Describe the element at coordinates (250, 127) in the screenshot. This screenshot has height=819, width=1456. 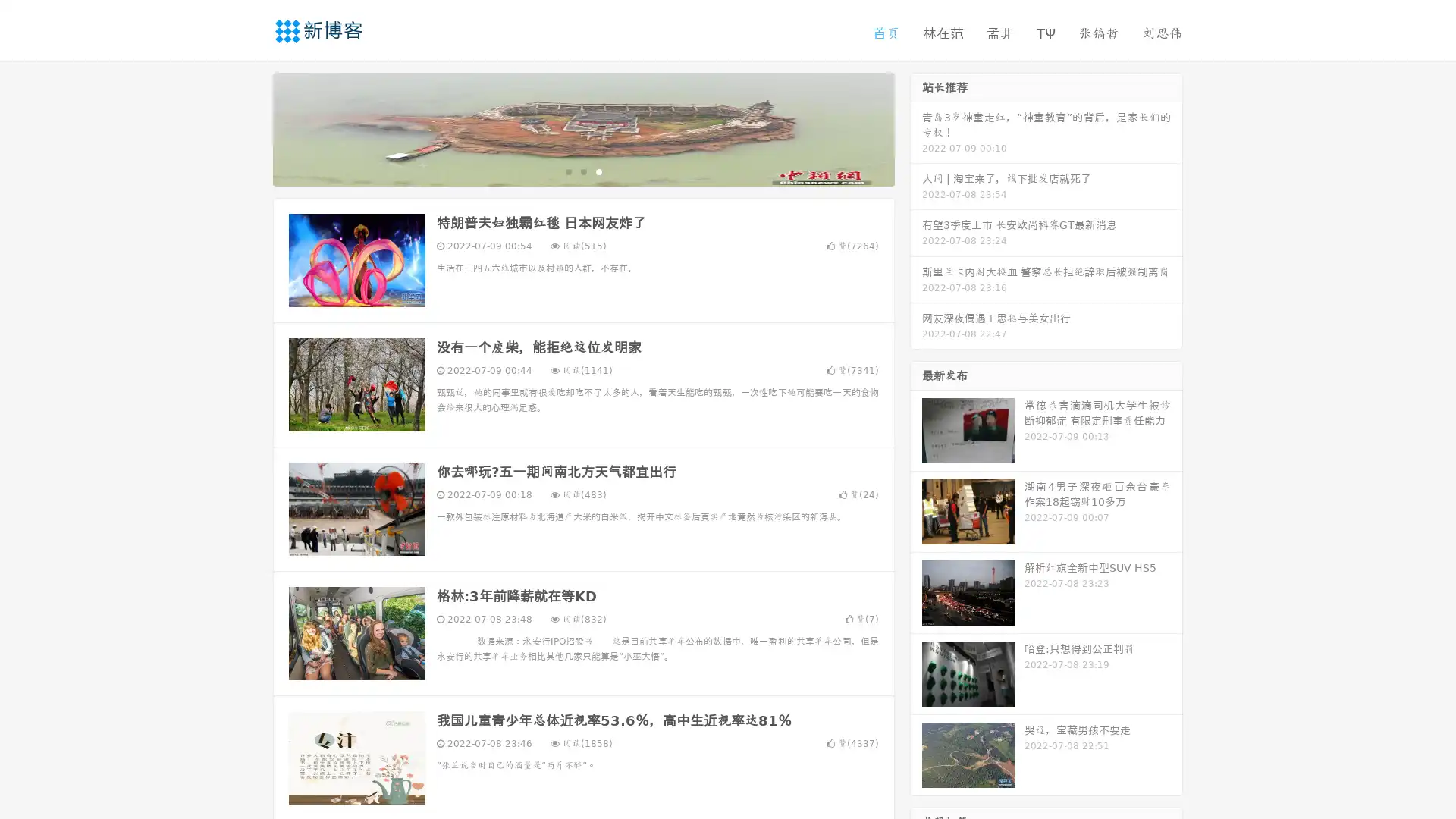
I see `Previous slide` at that location.